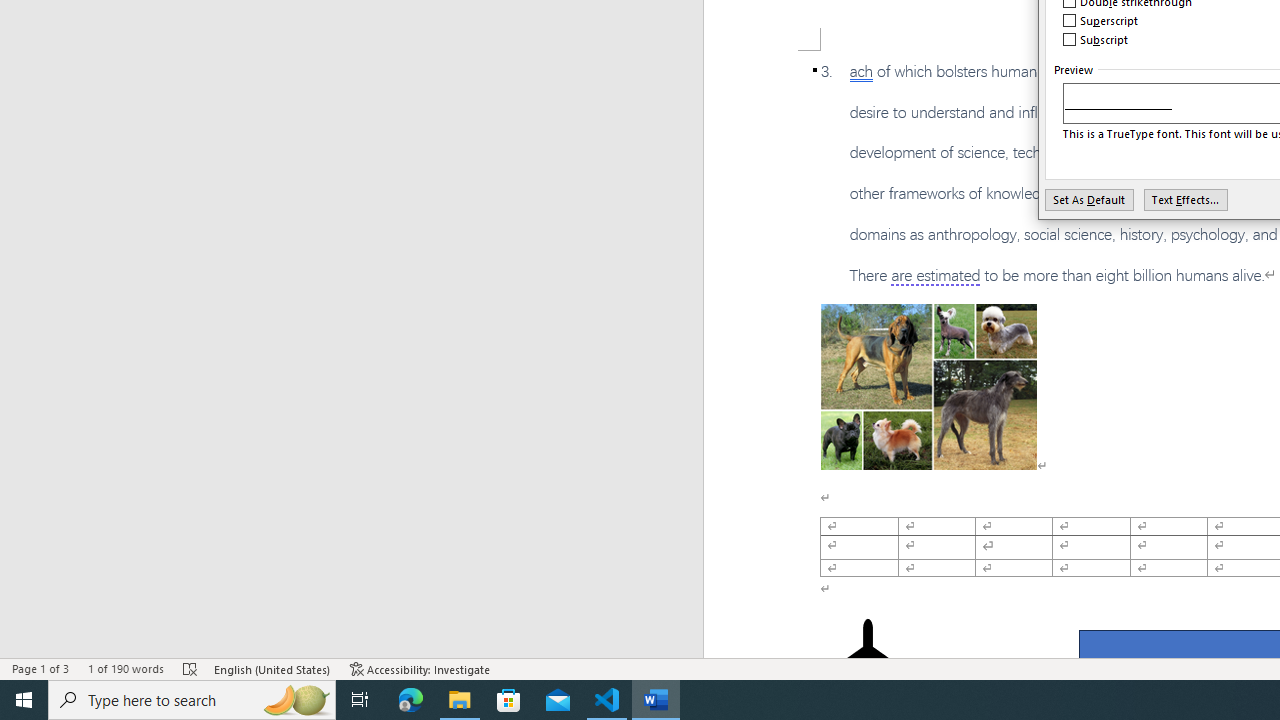 The width and height of the screenshot is (1280, 720). Describe the element at coordinates (359, 698) in the screenshot. I see `'Task View'` at that location.